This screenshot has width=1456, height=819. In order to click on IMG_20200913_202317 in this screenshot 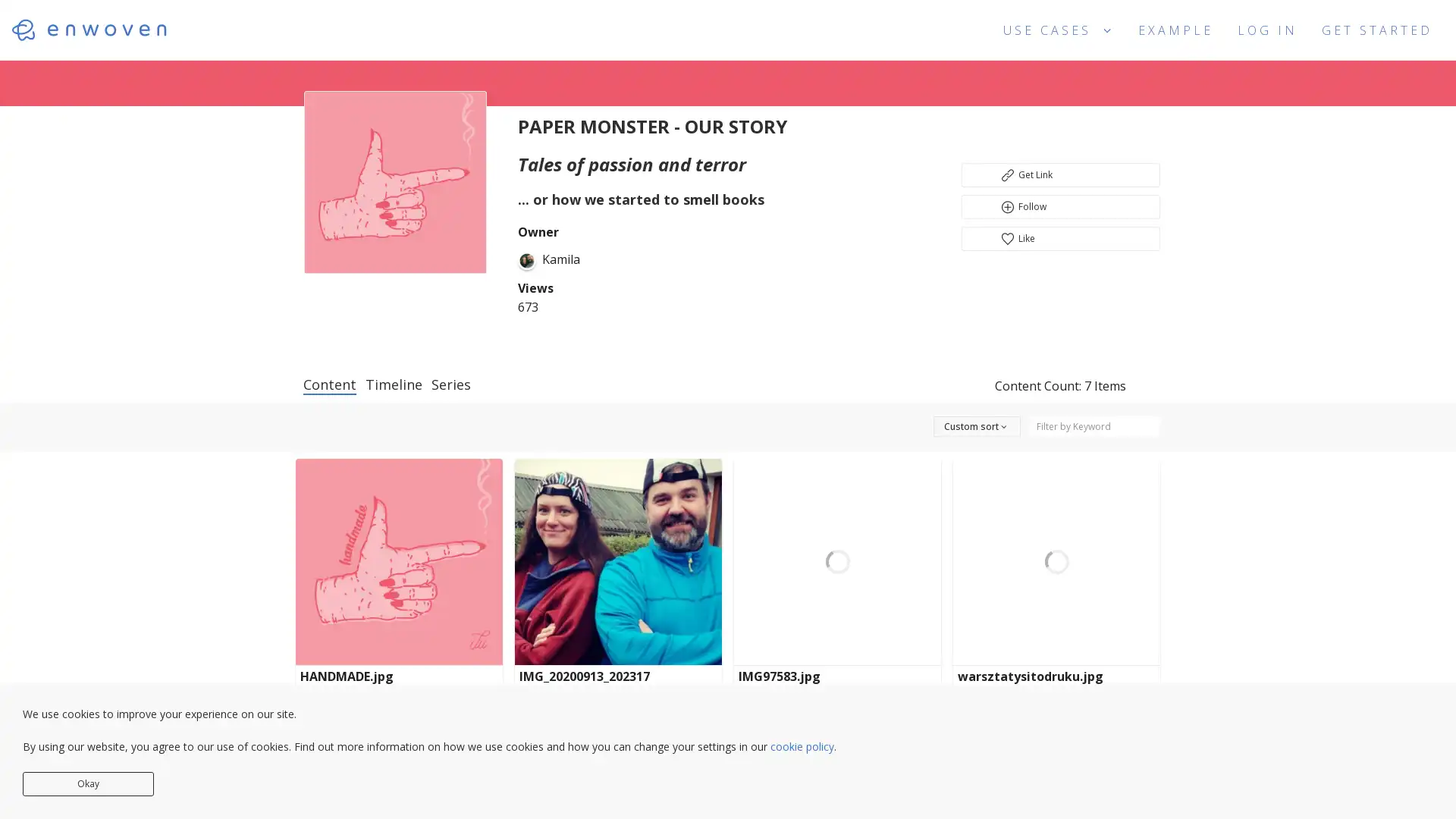, I will do `click(618, 684)`.